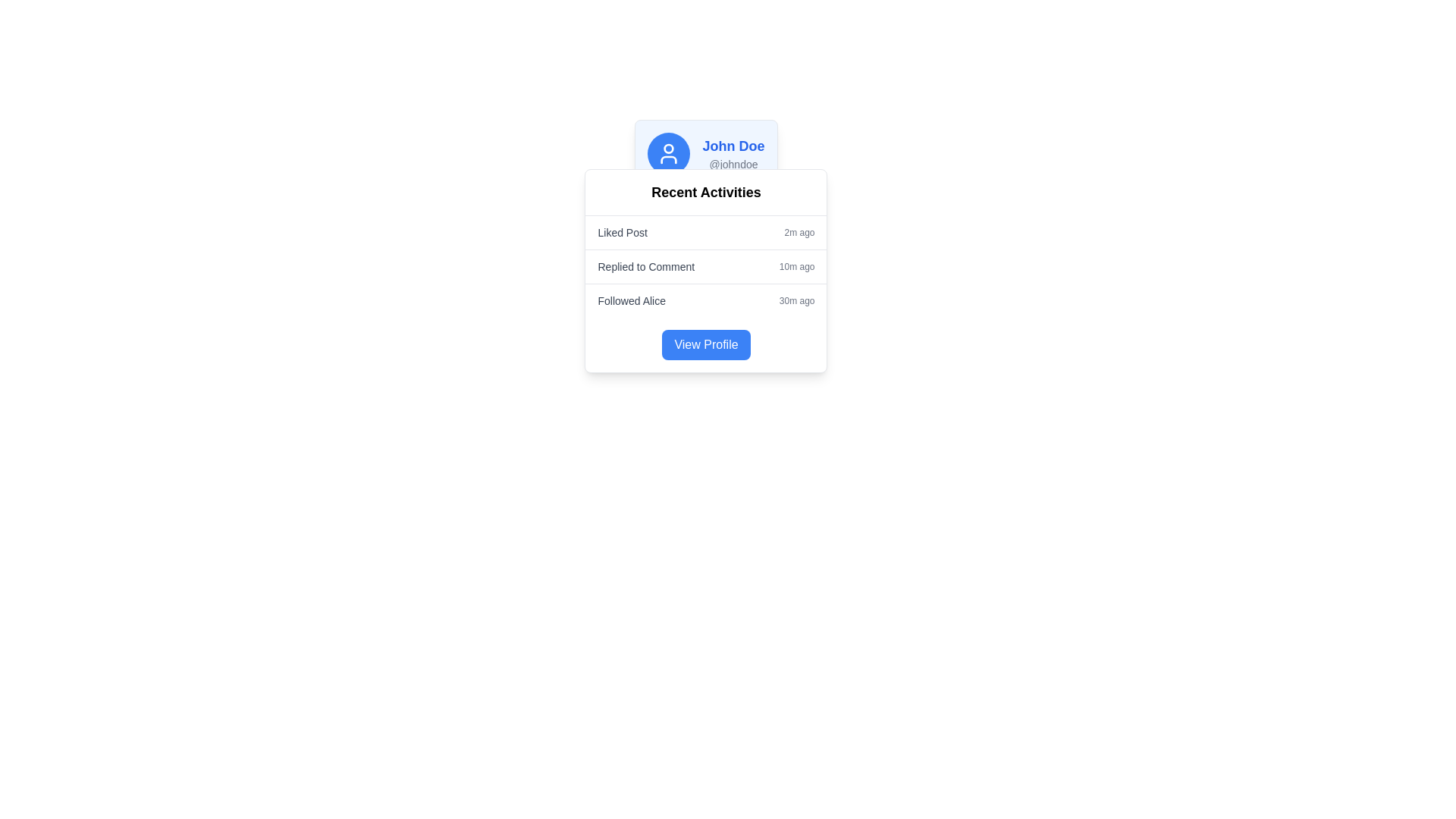 The image size is (1456, 819). I want to click on the 'Liked Post' list item in the Recent Activities section, which displays 'Liked Post' on the left and '2m ago' on the right, so click(705, 233).